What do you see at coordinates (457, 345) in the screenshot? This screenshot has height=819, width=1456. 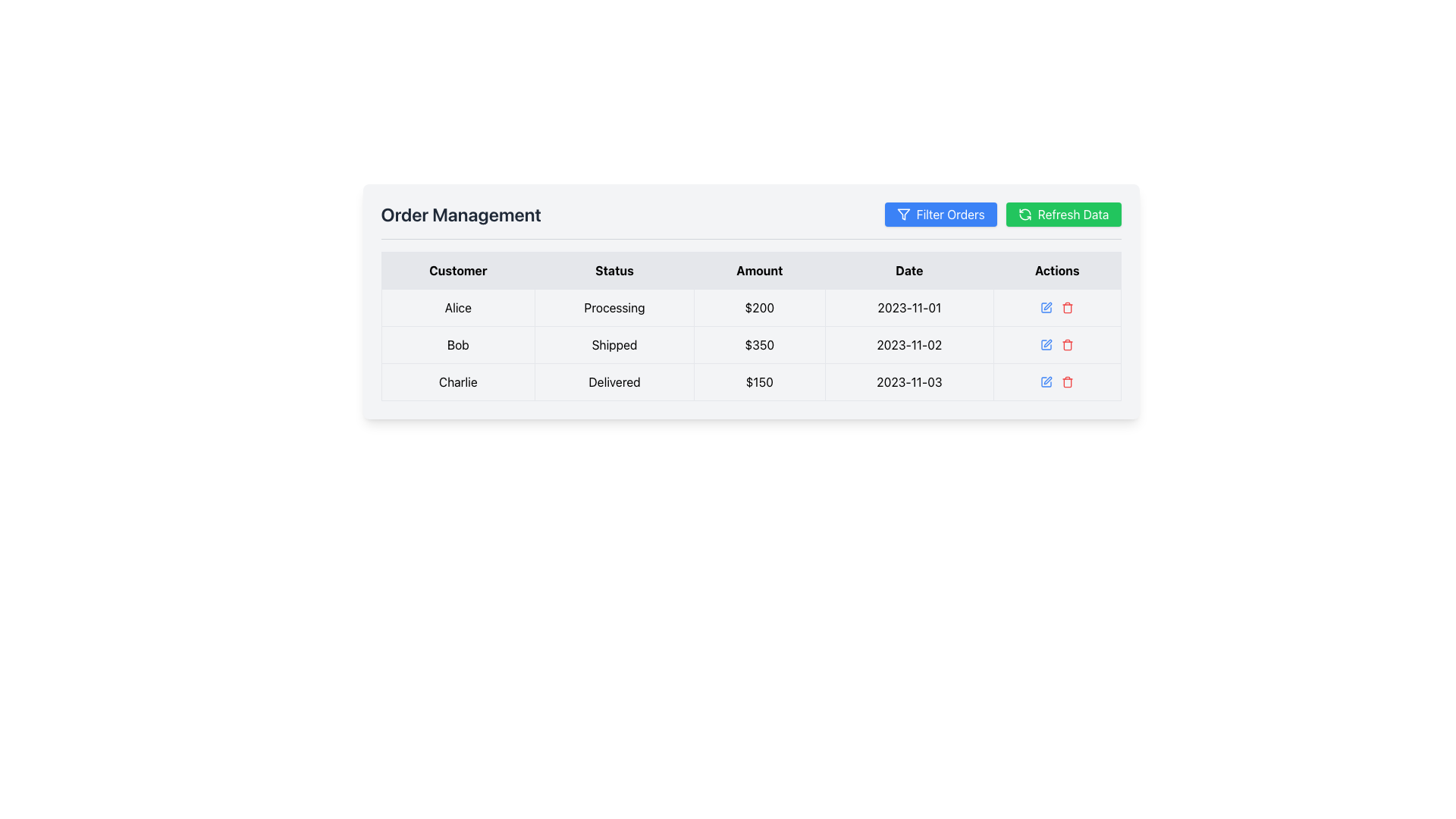 I see `the Text Label displaying 'Bob' in the 'Customer' column of the table, which is located in the second row between 'Alice' and 'Charlie'` at bounding box center [457, 345].